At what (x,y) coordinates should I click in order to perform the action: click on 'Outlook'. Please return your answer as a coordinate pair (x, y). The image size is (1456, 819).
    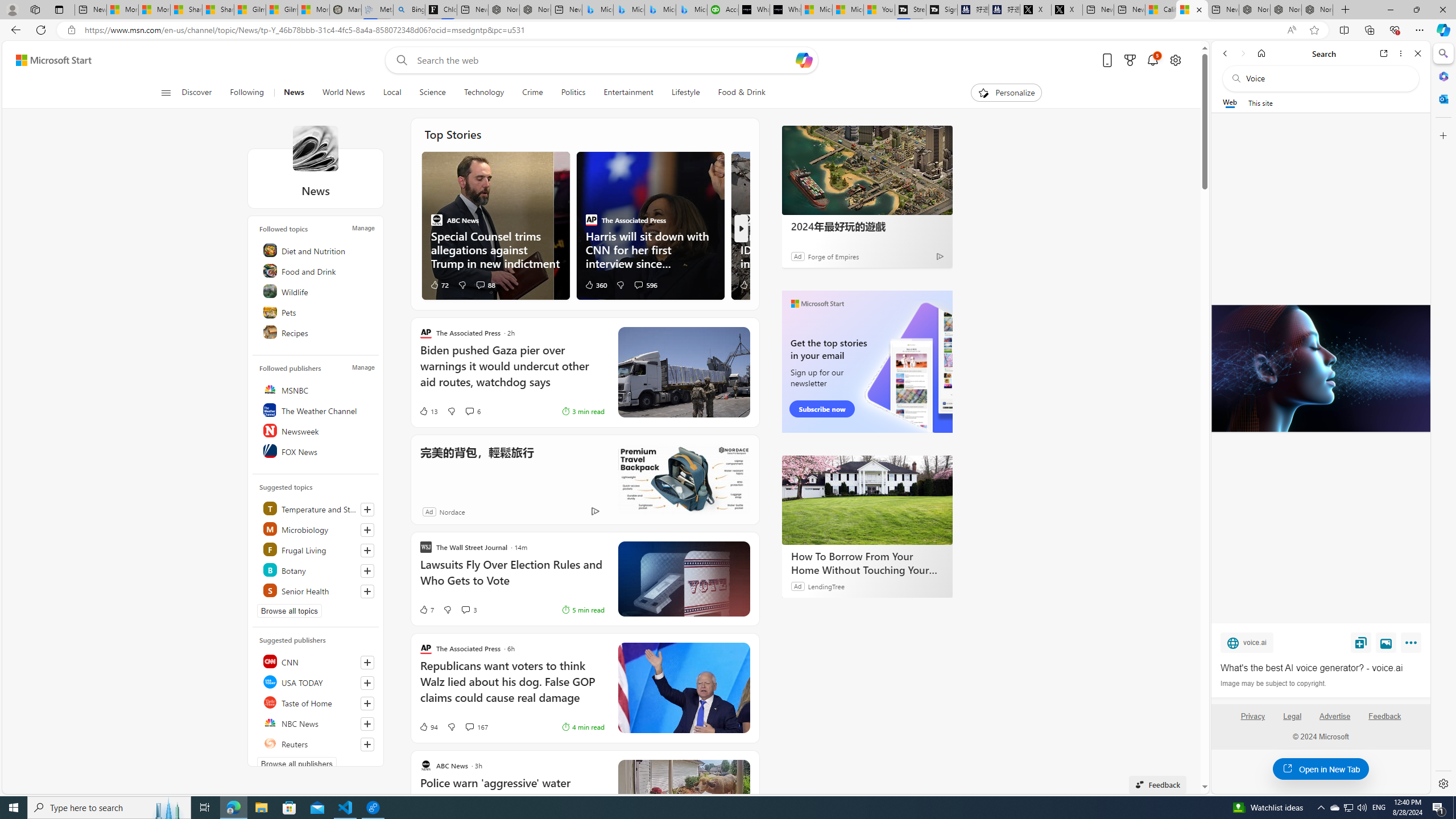
    Looking at the image, I should click on (1442, 98).